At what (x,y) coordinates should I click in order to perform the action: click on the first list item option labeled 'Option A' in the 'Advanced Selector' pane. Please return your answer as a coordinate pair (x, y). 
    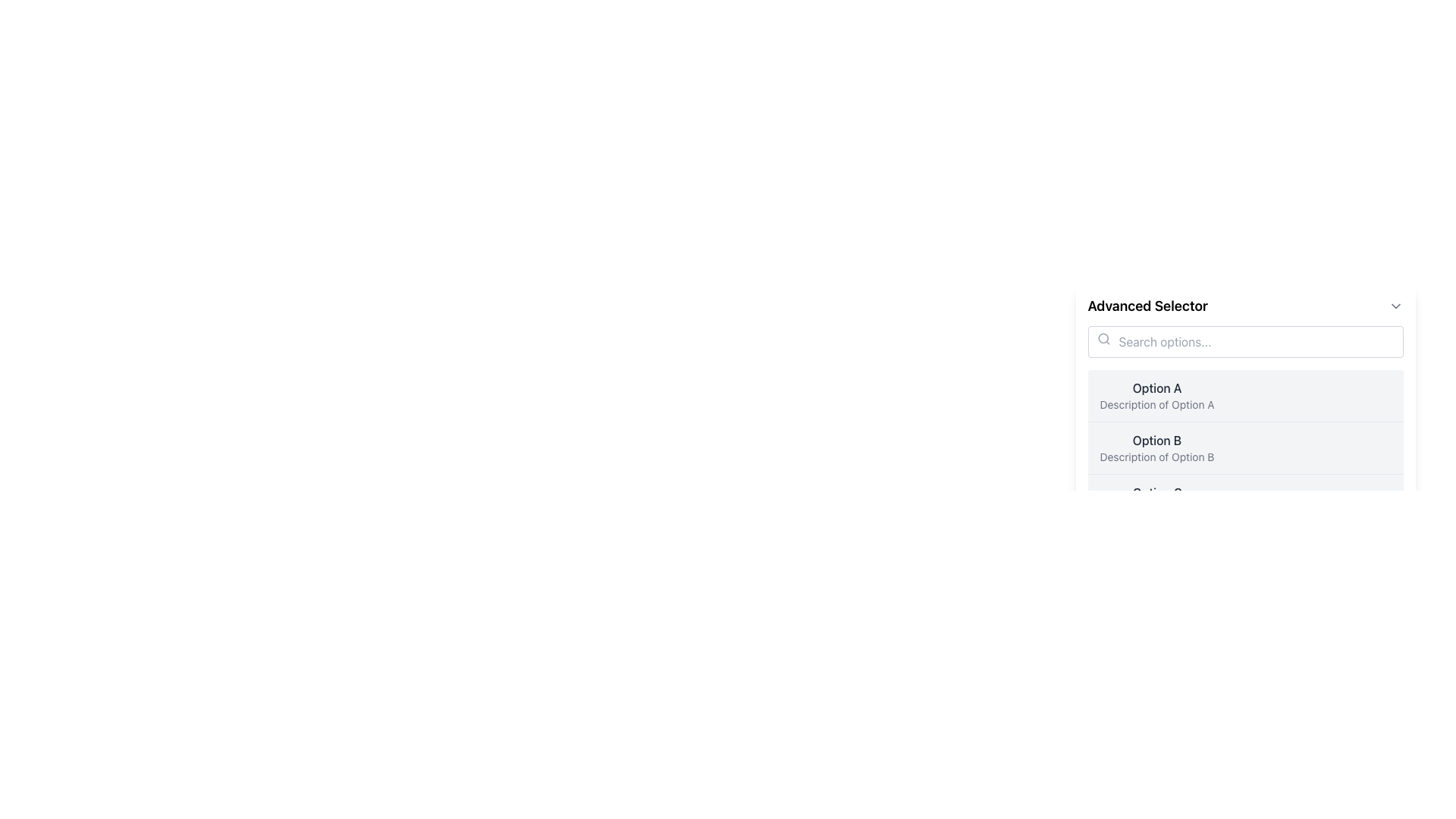
    Looking at the image, I should click on (1245, 394).